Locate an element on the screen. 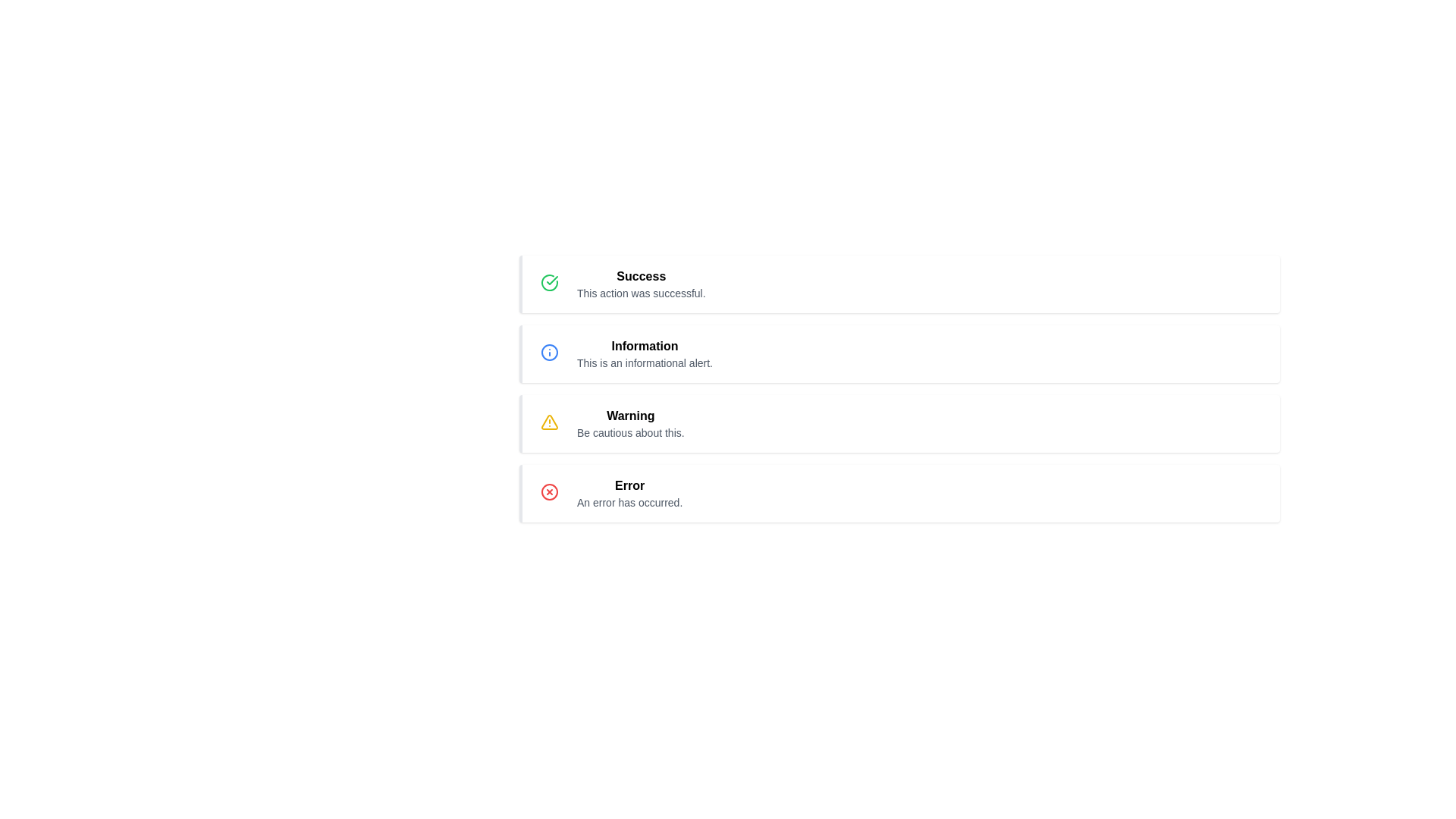 The height and width of the screenshot is (819, 1456). the success alert message element that displays a title 'Success' and a descriptive text 'This action was successful.' is located at coordinates (641, 284).